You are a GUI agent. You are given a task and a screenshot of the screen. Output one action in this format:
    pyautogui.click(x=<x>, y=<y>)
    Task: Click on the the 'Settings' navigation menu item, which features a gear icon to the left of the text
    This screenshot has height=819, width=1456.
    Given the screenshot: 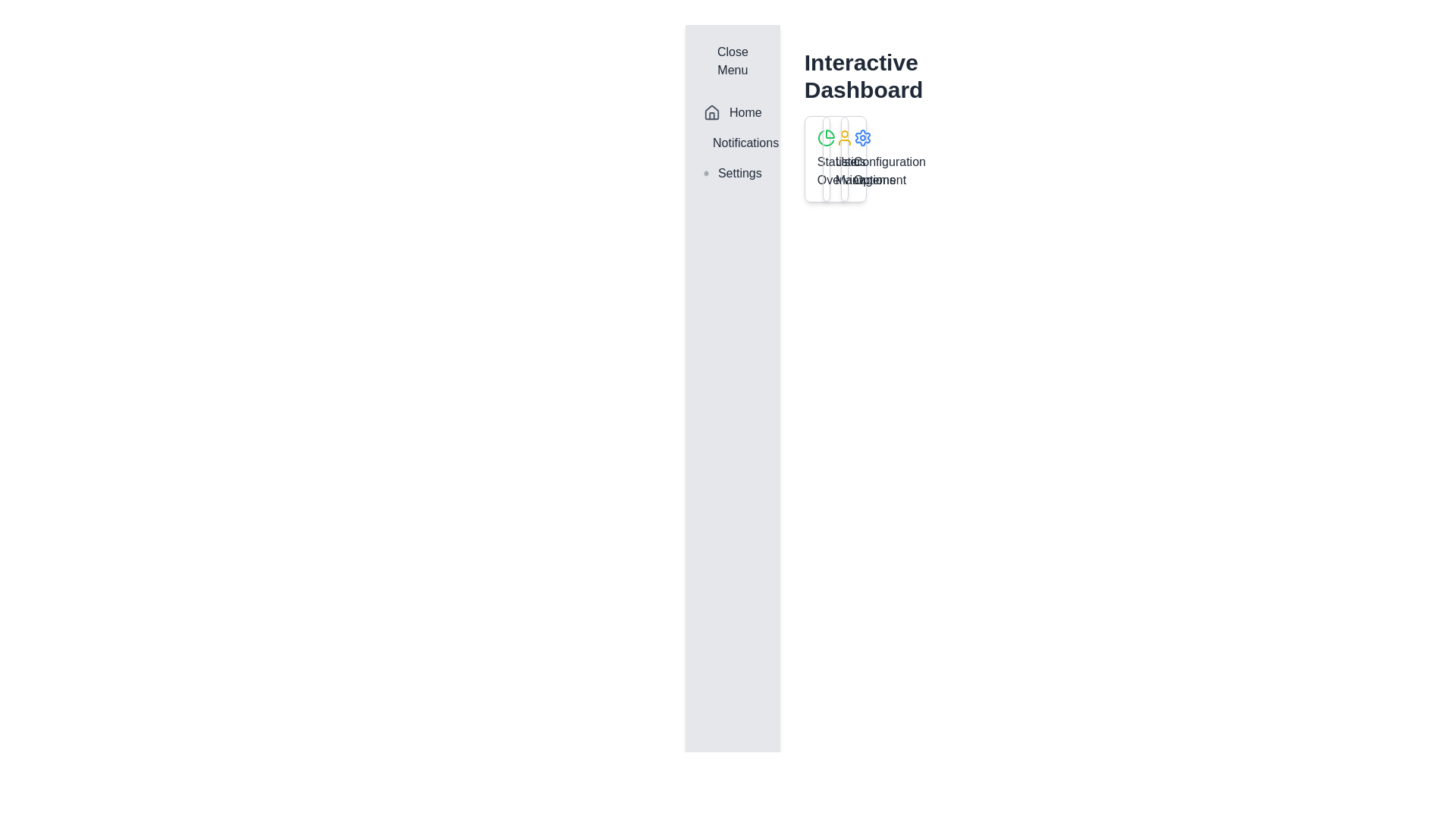 What is the action you would take?
    pyautogui.click(x=733, y=172)
    